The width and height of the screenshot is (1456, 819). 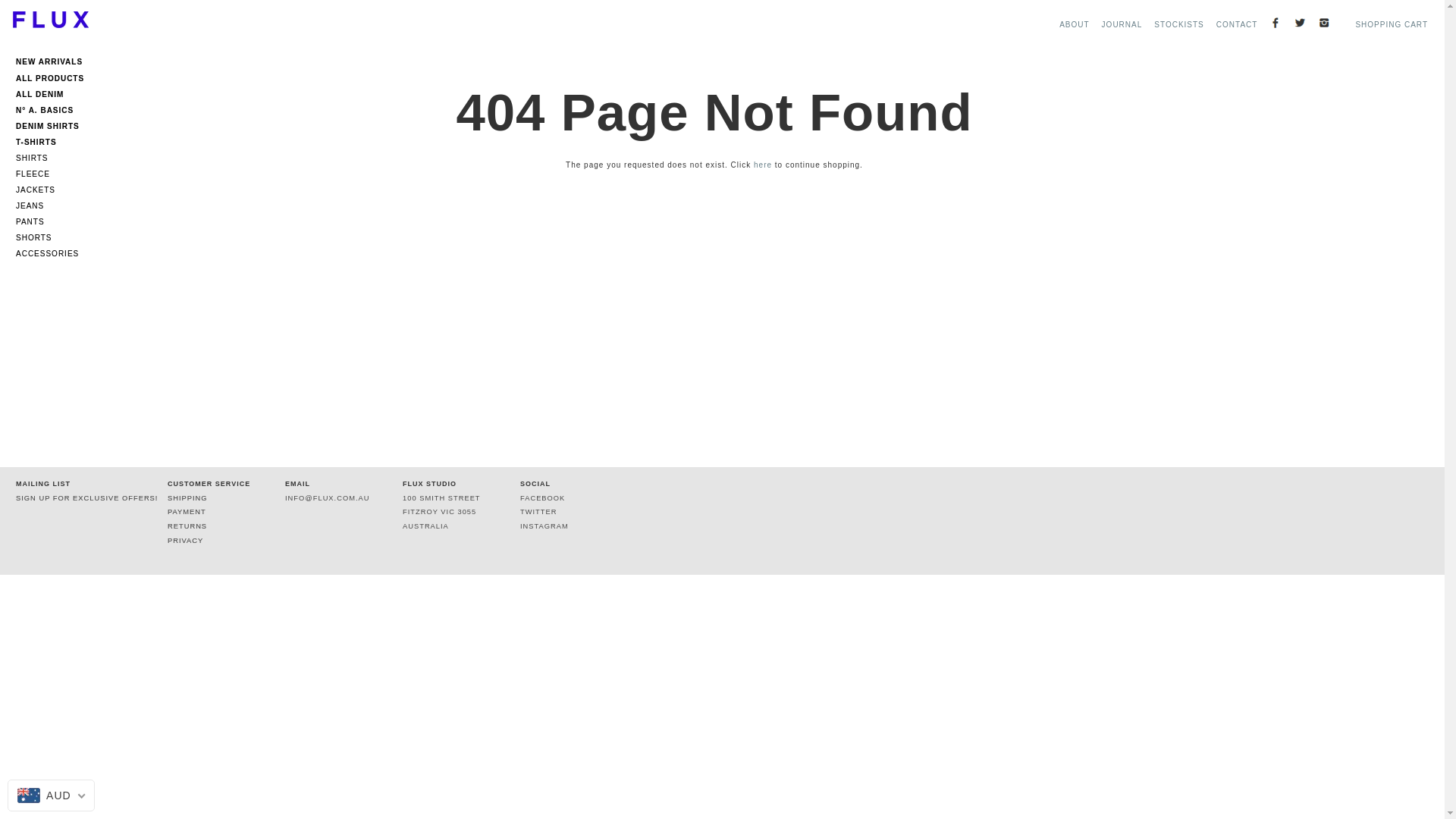 I want to click on 'CONTACT', so click(x=1216, y=24).